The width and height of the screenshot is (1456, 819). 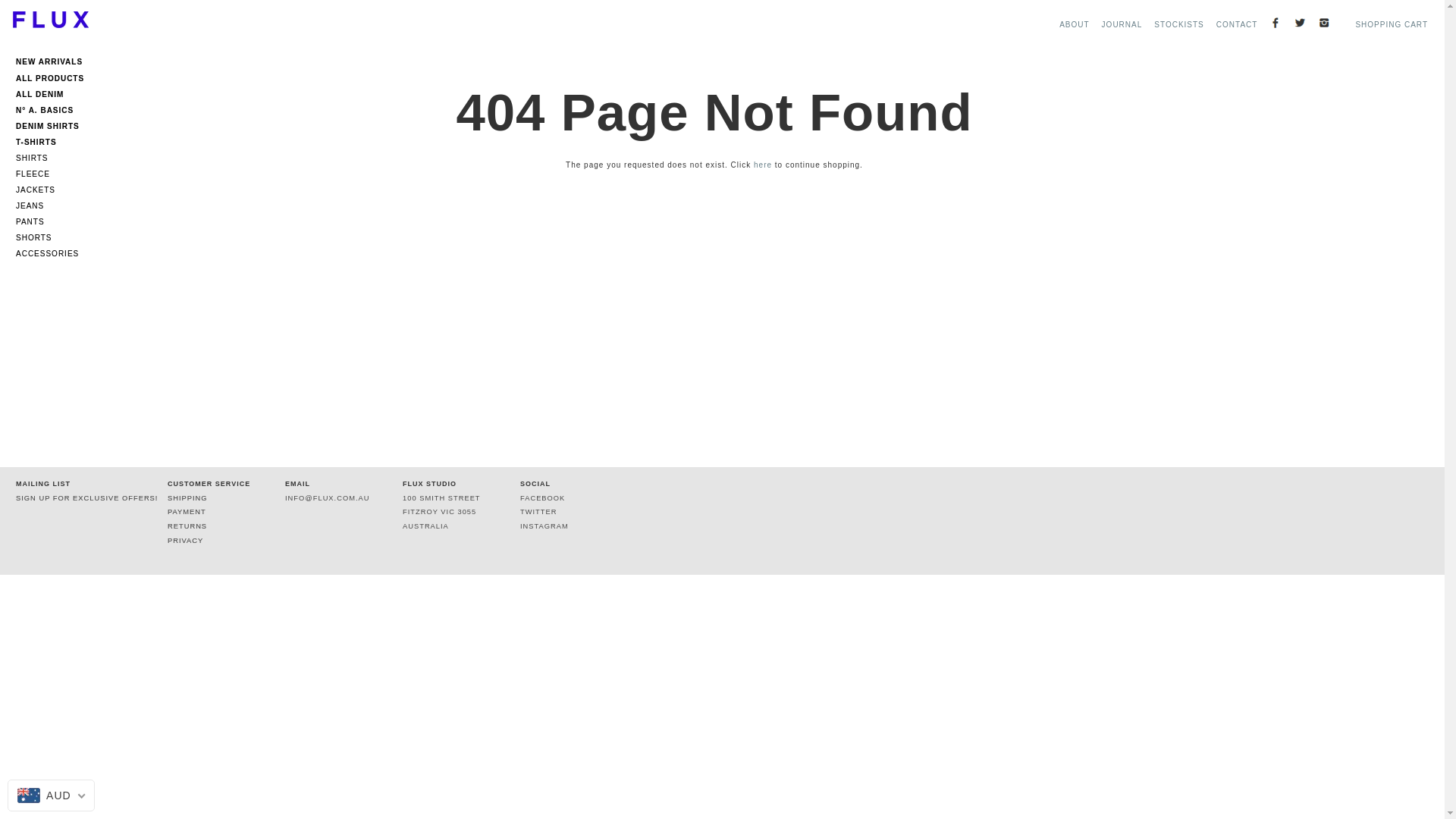 I want to click on 'CONTACT', so click(x=1216, y=24).